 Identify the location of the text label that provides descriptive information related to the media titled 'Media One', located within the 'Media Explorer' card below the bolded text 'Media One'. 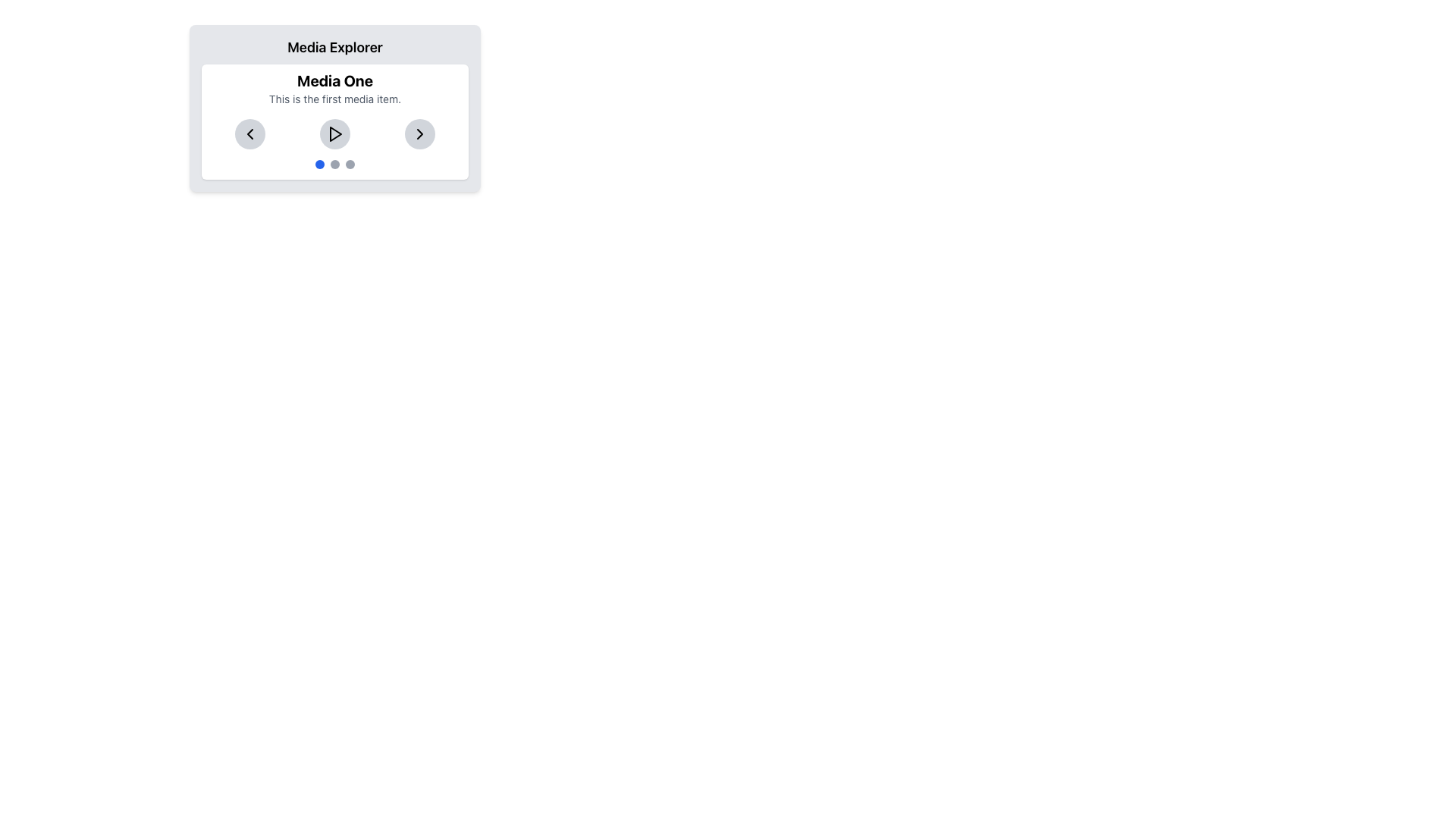
(334, 99).